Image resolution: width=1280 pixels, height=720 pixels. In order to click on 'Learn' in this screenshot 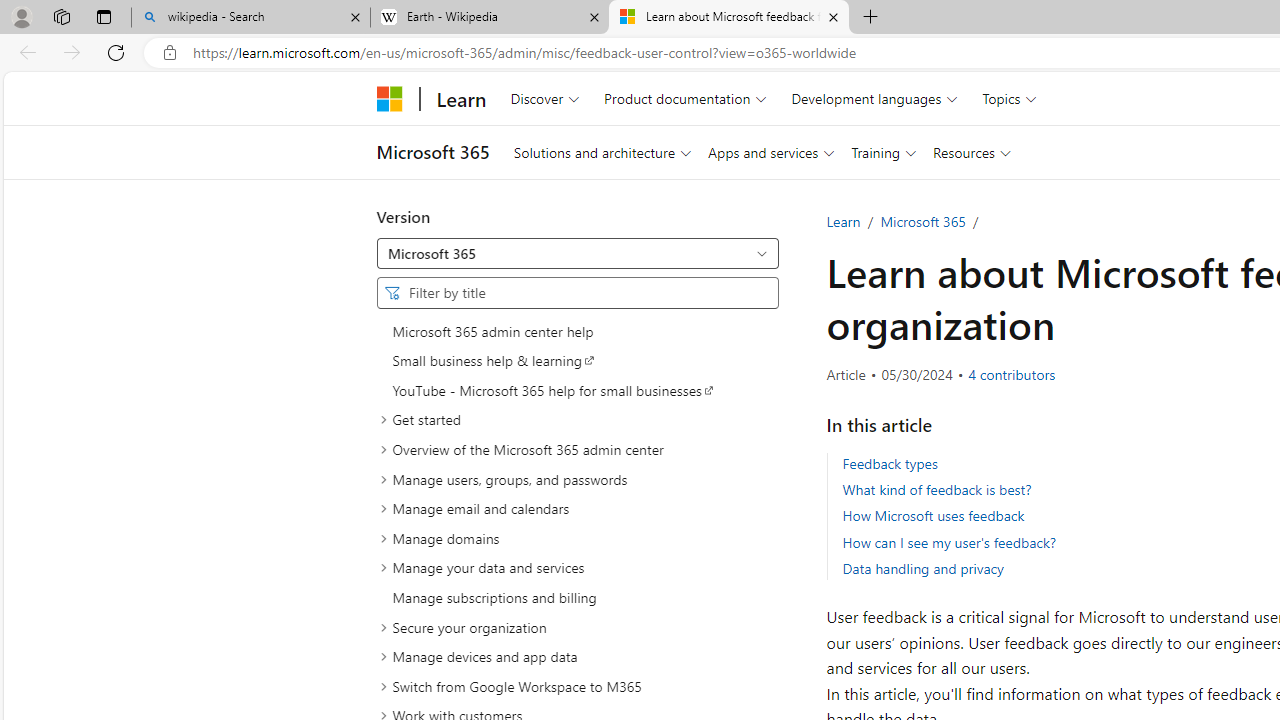, I will do `click(843, 221)`.